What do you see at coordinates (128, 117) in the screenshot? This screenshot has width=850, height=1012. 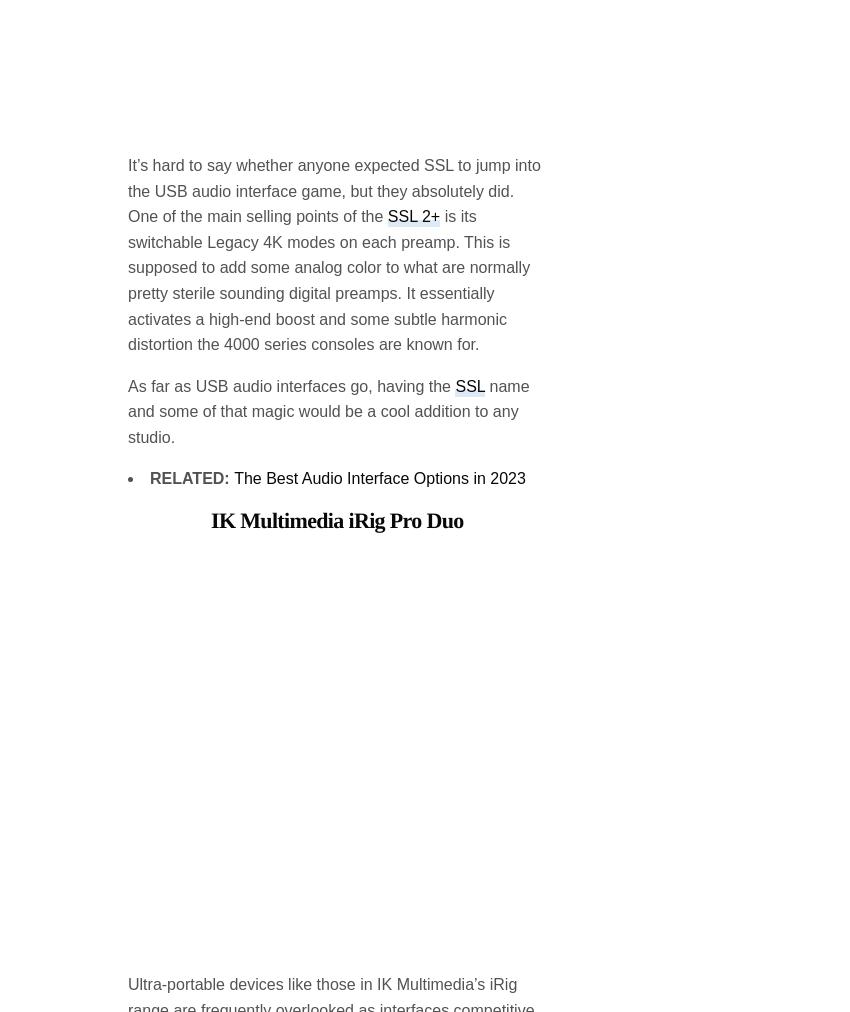 I see `'is its switchable Legacy 4K modes on each preamp. This is supposed to add some analog color to what are normally pretty sterile sounding digital preamps. It essentially activates a high-end boost and some subtle harmonic distortion the 4000 series consoles are known for.'` at bounding box center [128, 117].